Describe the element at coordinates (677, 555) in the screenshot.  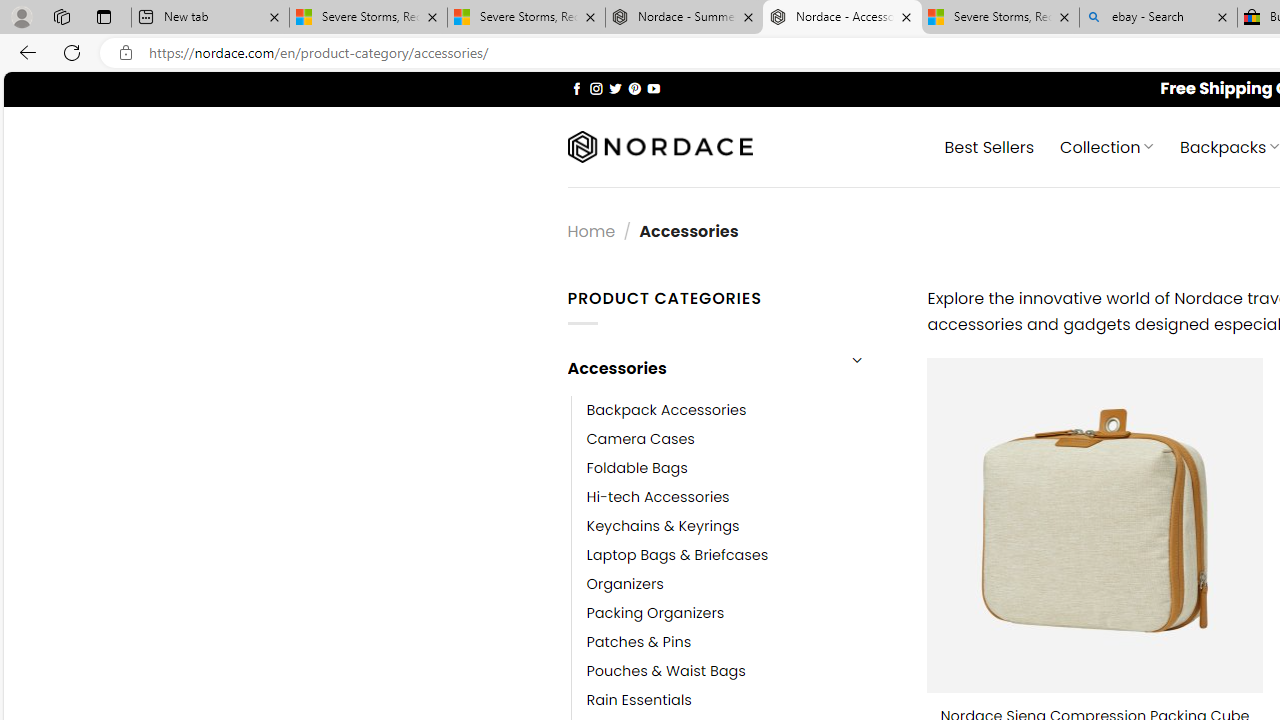
I see `'Laptop Bags & Briefcases'` at that location.